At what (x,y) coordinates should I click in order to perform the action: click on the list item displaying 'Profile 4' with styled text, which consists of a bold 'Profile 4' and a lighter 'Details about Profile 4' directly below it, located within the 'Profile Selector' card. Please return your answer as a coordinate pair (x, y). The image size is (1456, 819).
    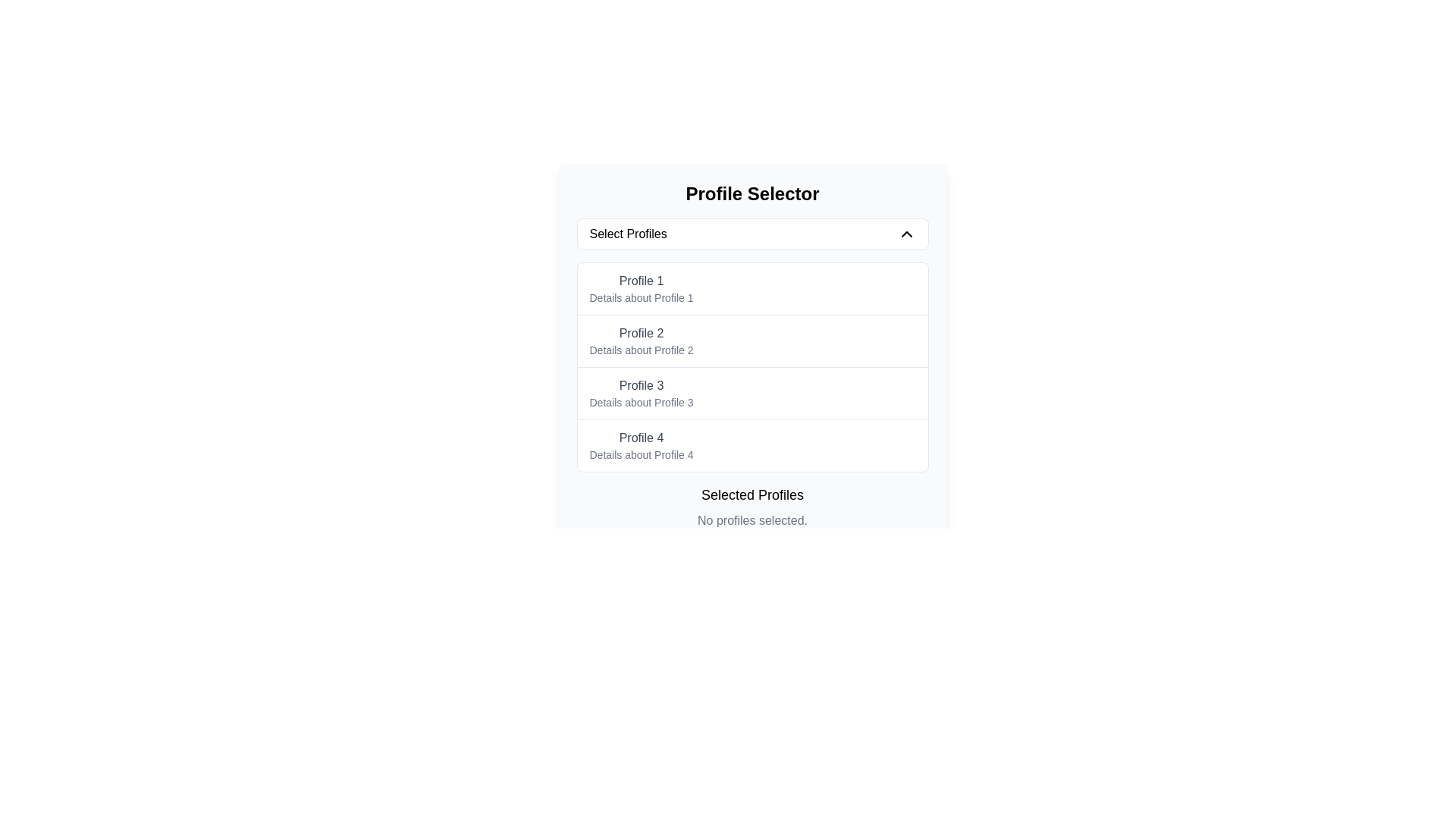
    Looking at the image, I should click on (641, 444).